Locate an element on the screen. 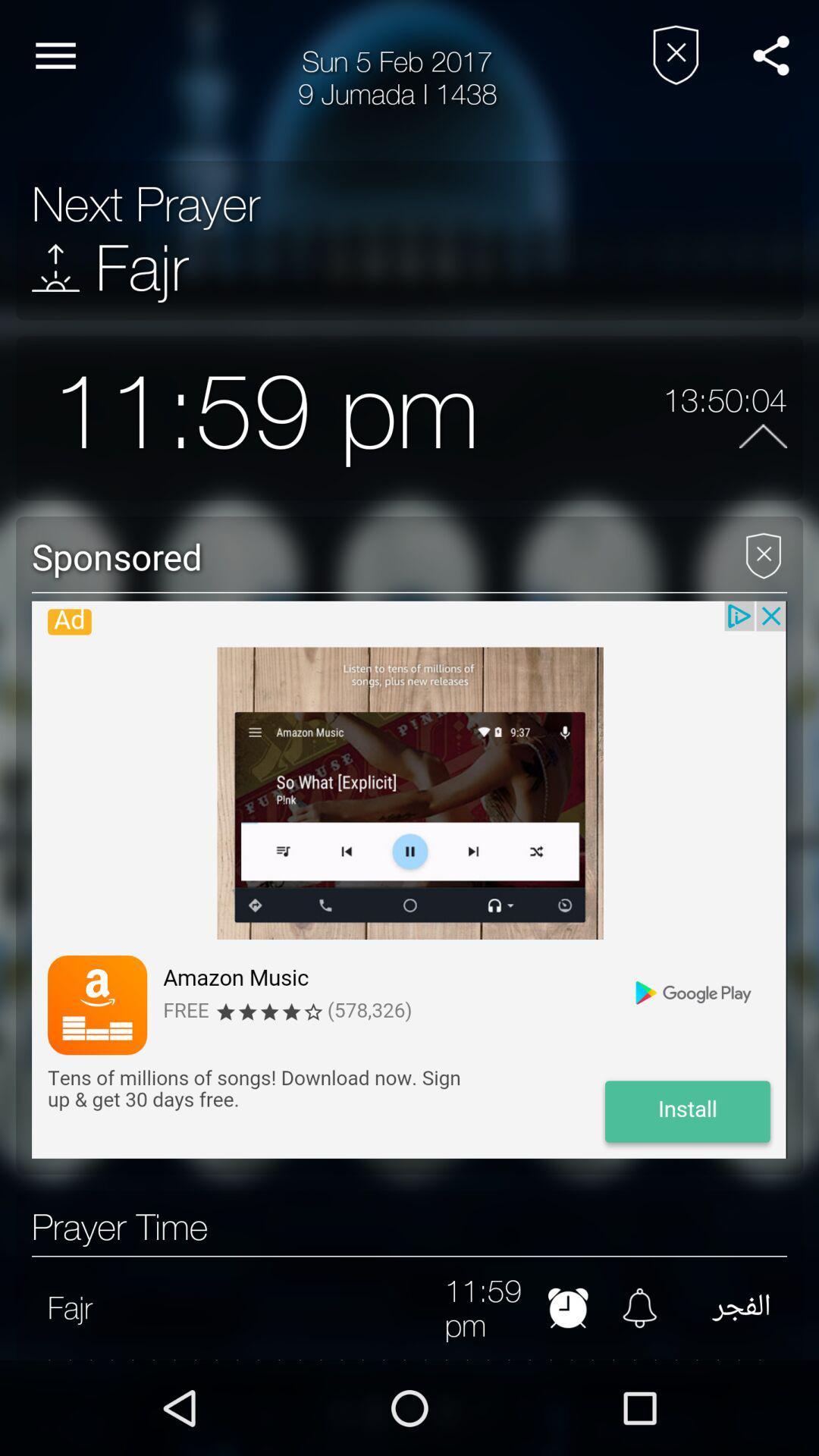  item below the 11:59 pm icon is located at coordinates (409, 1360).